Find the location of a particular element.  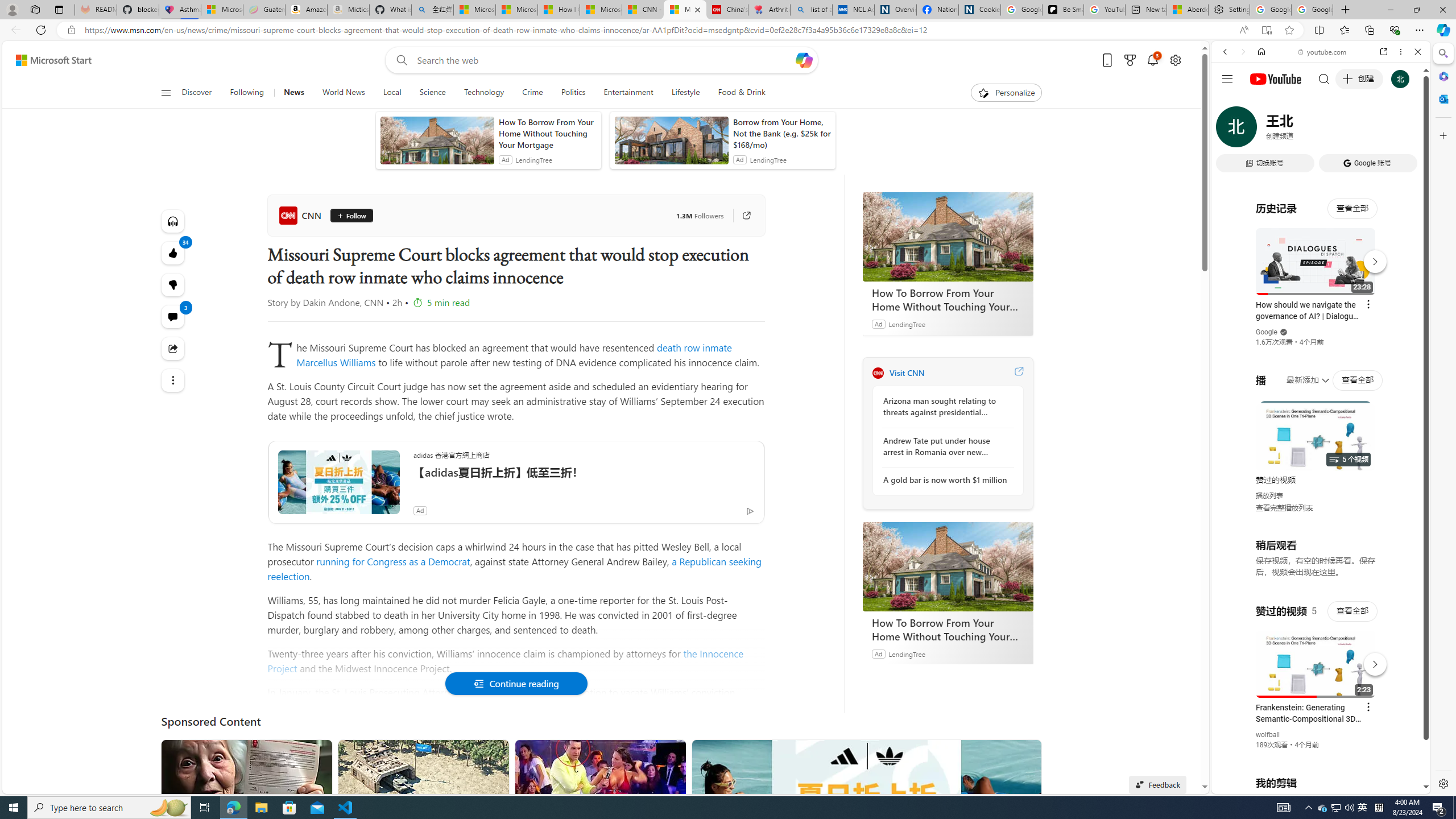

'Entertainment' is located at coordinates (628, 92).